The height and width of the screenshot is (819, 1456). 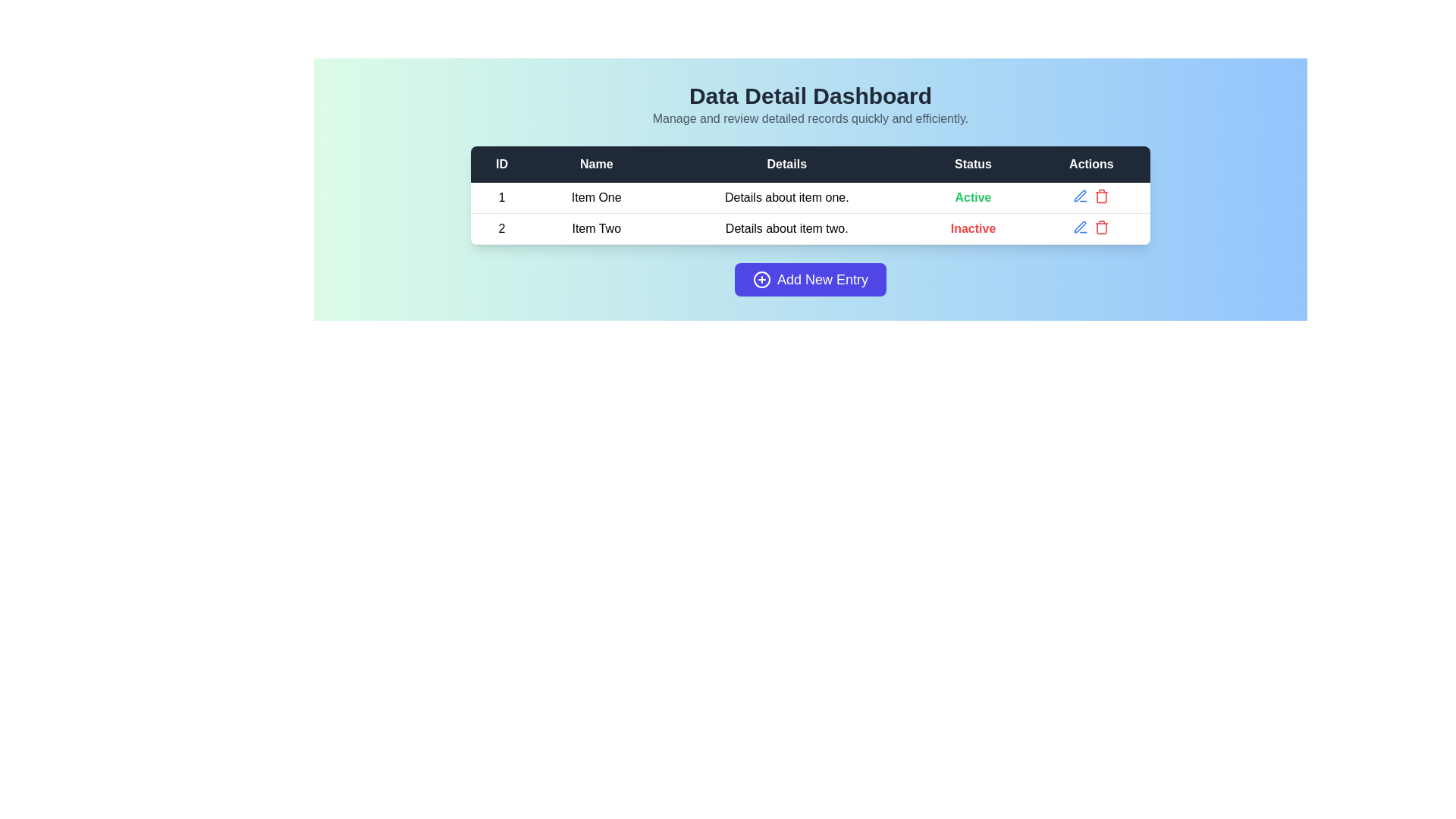 What do you see at coordinates (810, 280) in the screenshot?
I see `the interactive button located directly below the last row of the table` at bounding box center [810, 280].